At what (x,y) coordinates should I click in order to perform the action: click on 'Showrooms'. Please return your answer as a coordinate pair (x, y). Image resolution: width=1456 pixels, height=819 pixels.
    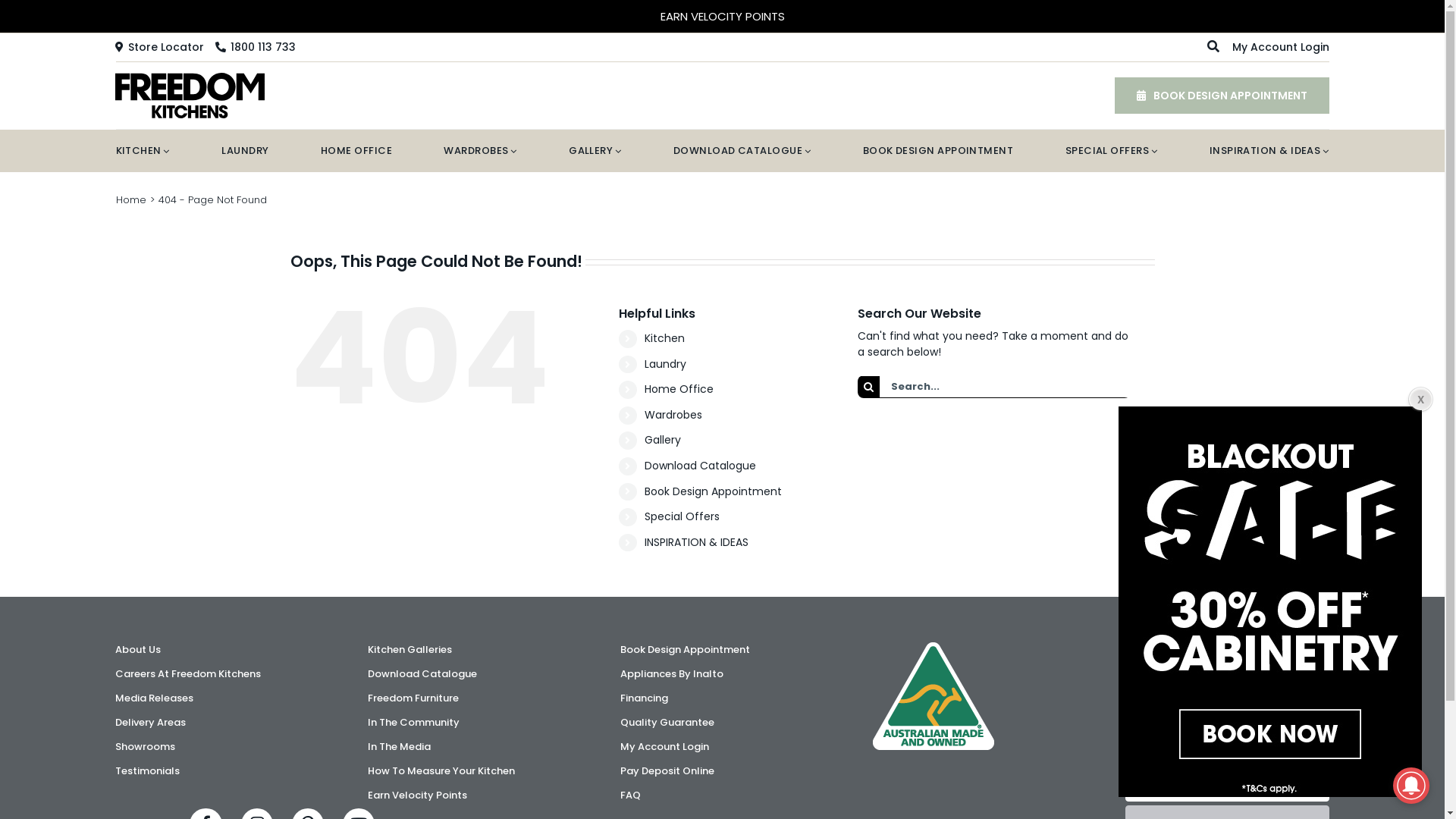
    Looking at the image, I should click on (216, 745).